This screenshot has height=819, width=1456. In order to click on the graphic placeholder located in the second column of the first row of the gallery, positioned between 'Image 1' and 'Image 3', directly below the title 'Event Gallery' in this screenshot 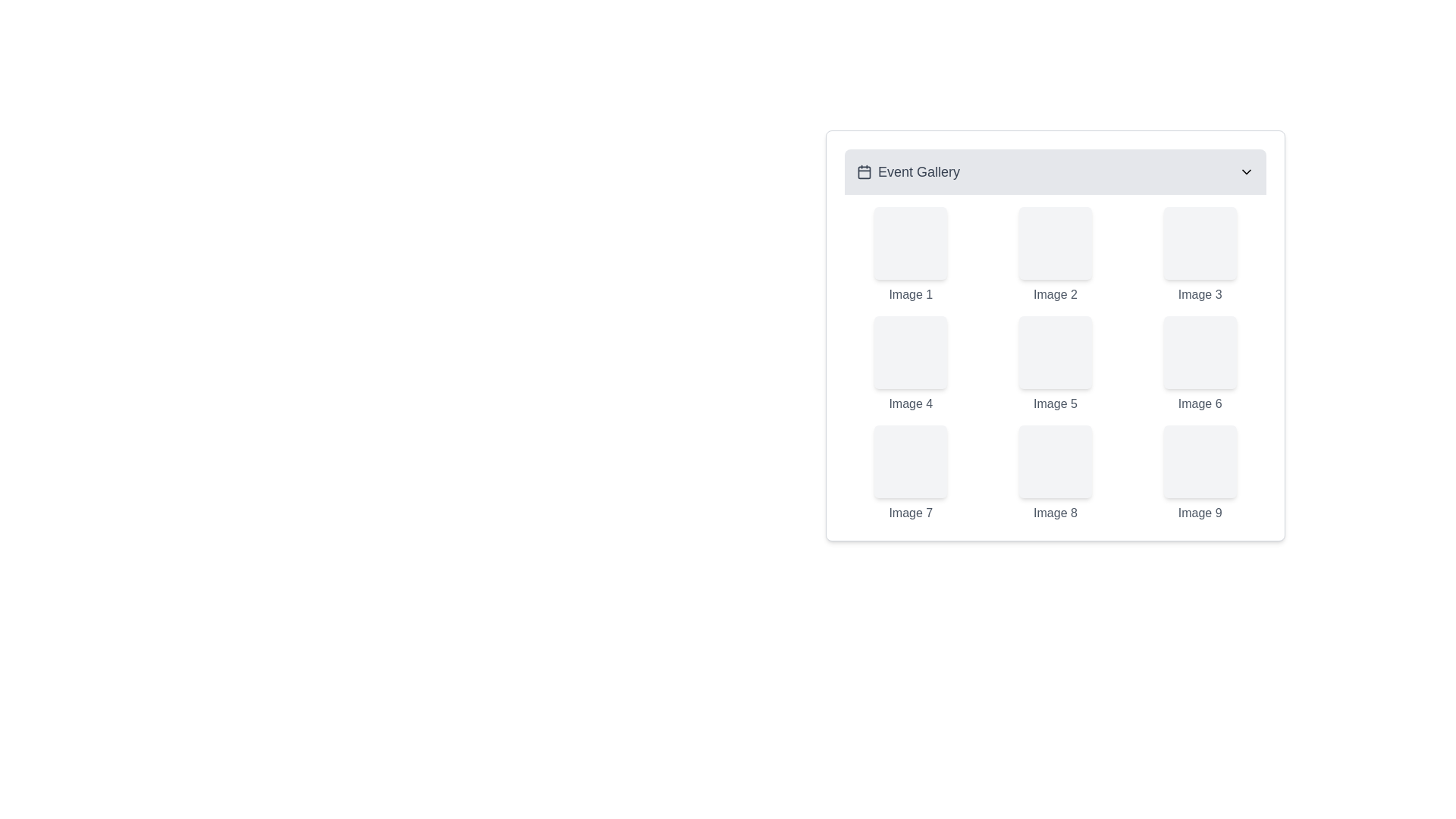, I will do `click(1055, 242)`.